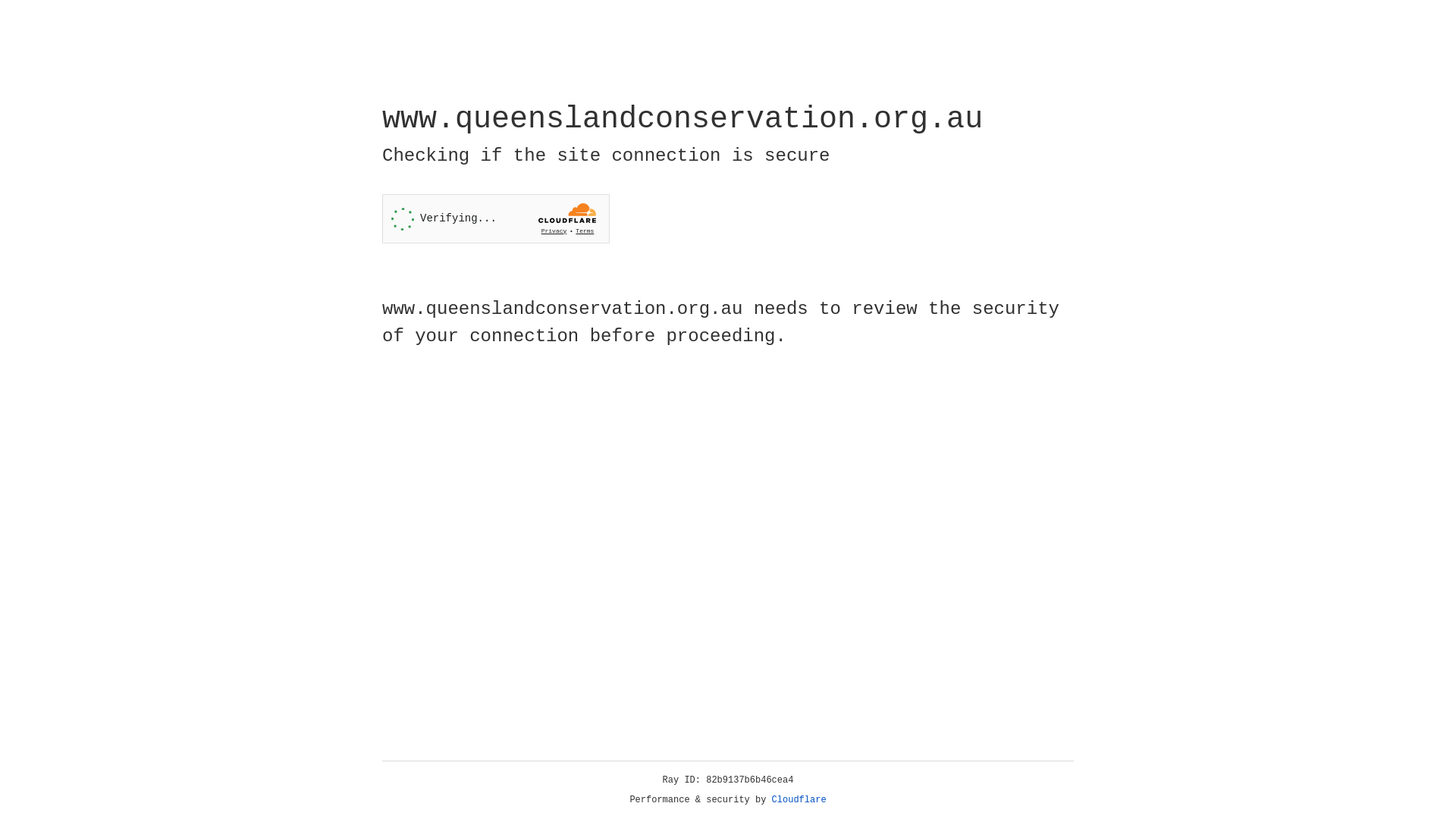 This screenshot has width=1456, height=819. Describe the element at coordinates (799, 799) in the screenshot. I see `'Cloudflare'` at that location.